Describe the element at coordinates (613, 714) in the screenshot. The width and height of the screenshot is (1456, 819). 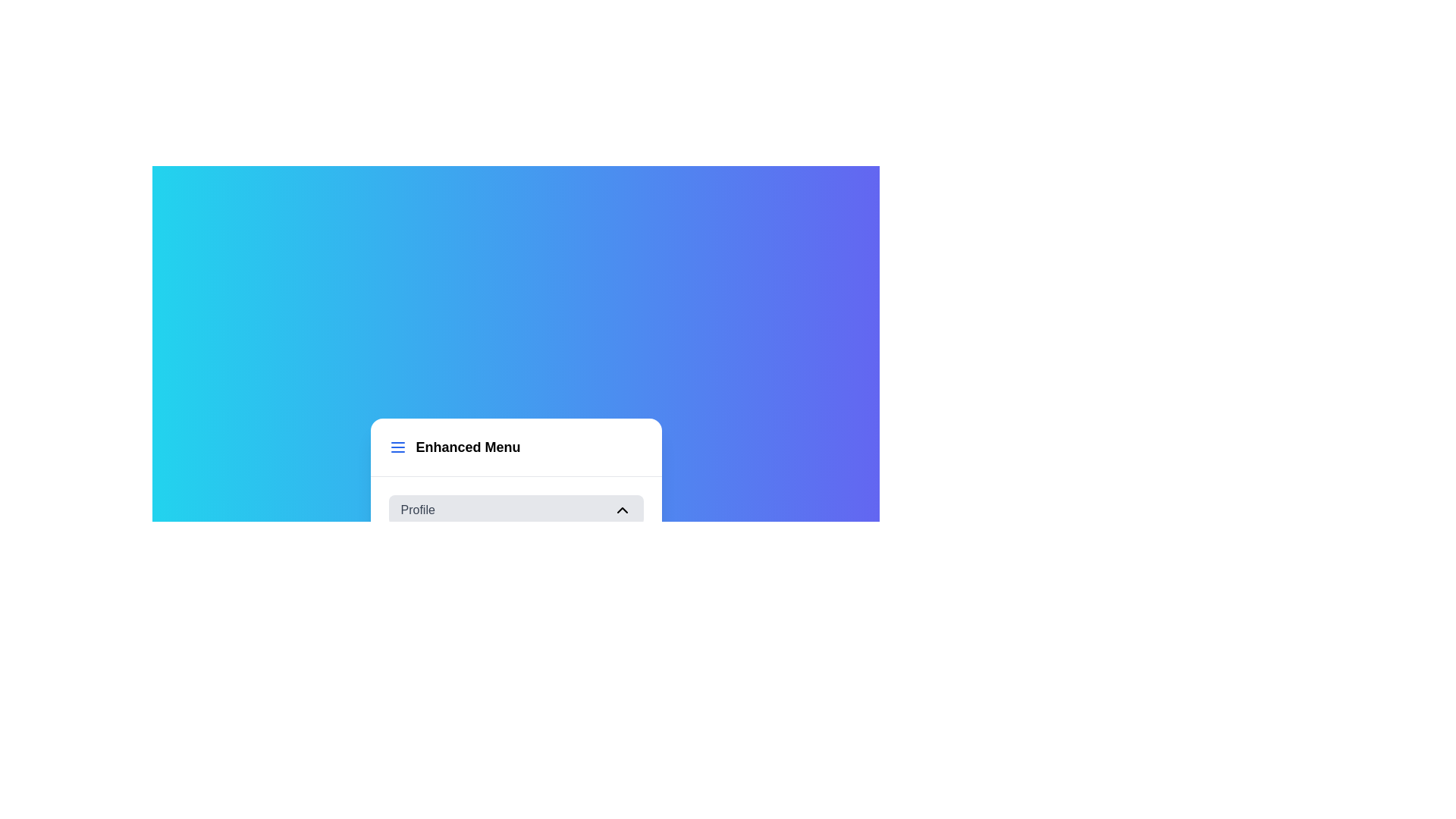
I see `the HelpCircle icon in the footer` at that location.